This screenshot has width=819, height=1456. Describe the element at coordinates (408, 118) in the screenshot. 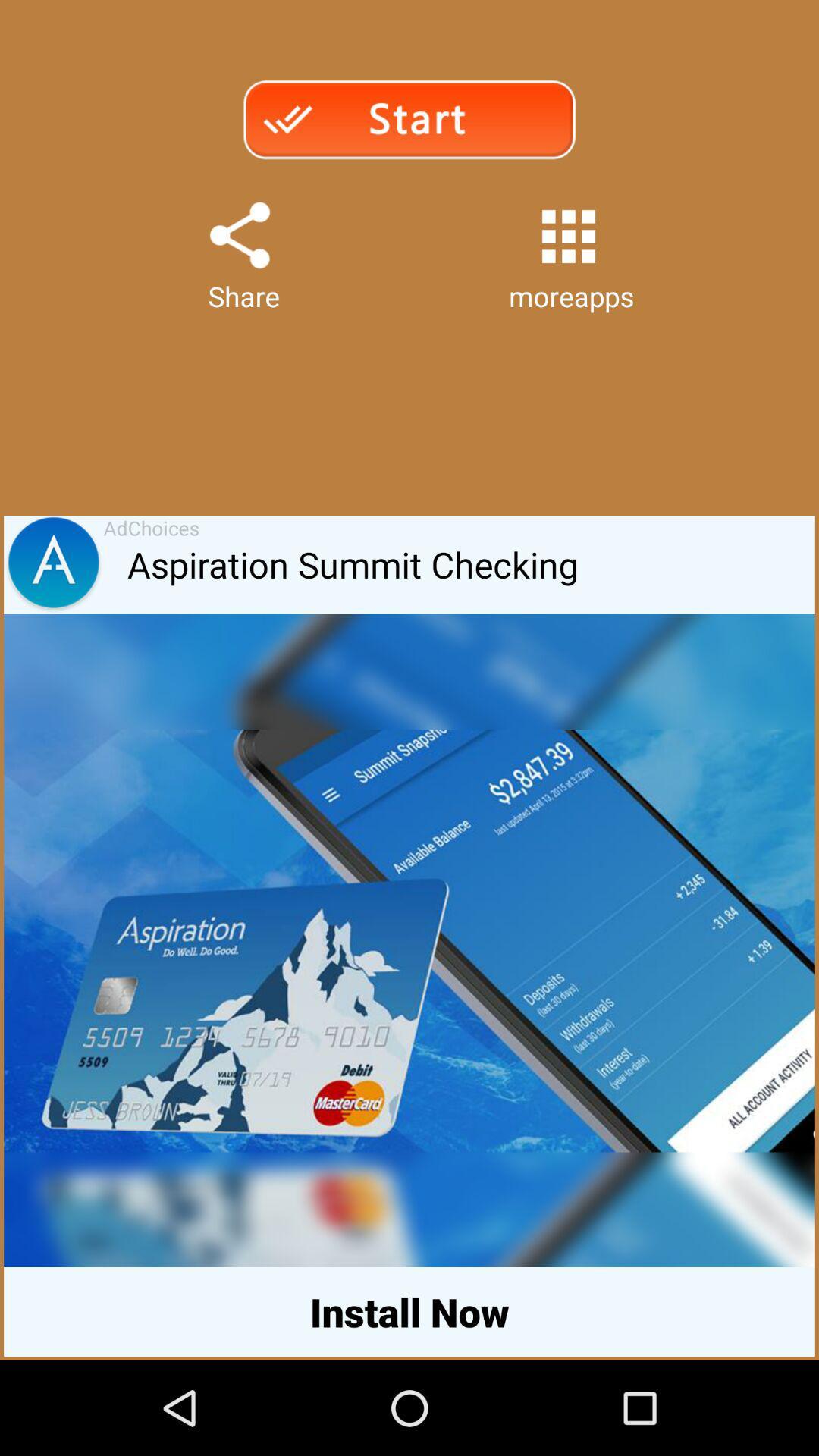

I see `the icon at the top` at that location.